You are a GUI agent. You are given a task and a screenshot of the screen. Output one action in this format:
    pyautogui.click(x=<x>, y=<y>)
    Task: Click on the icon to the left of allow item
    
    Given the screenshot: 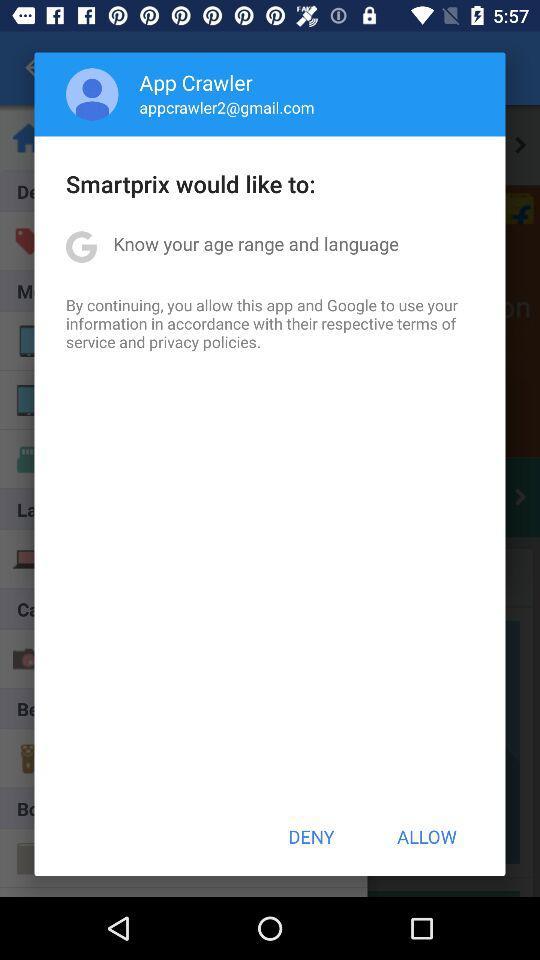 What is the action you would take?
    pyautogui.click(x=311, y=836)
    